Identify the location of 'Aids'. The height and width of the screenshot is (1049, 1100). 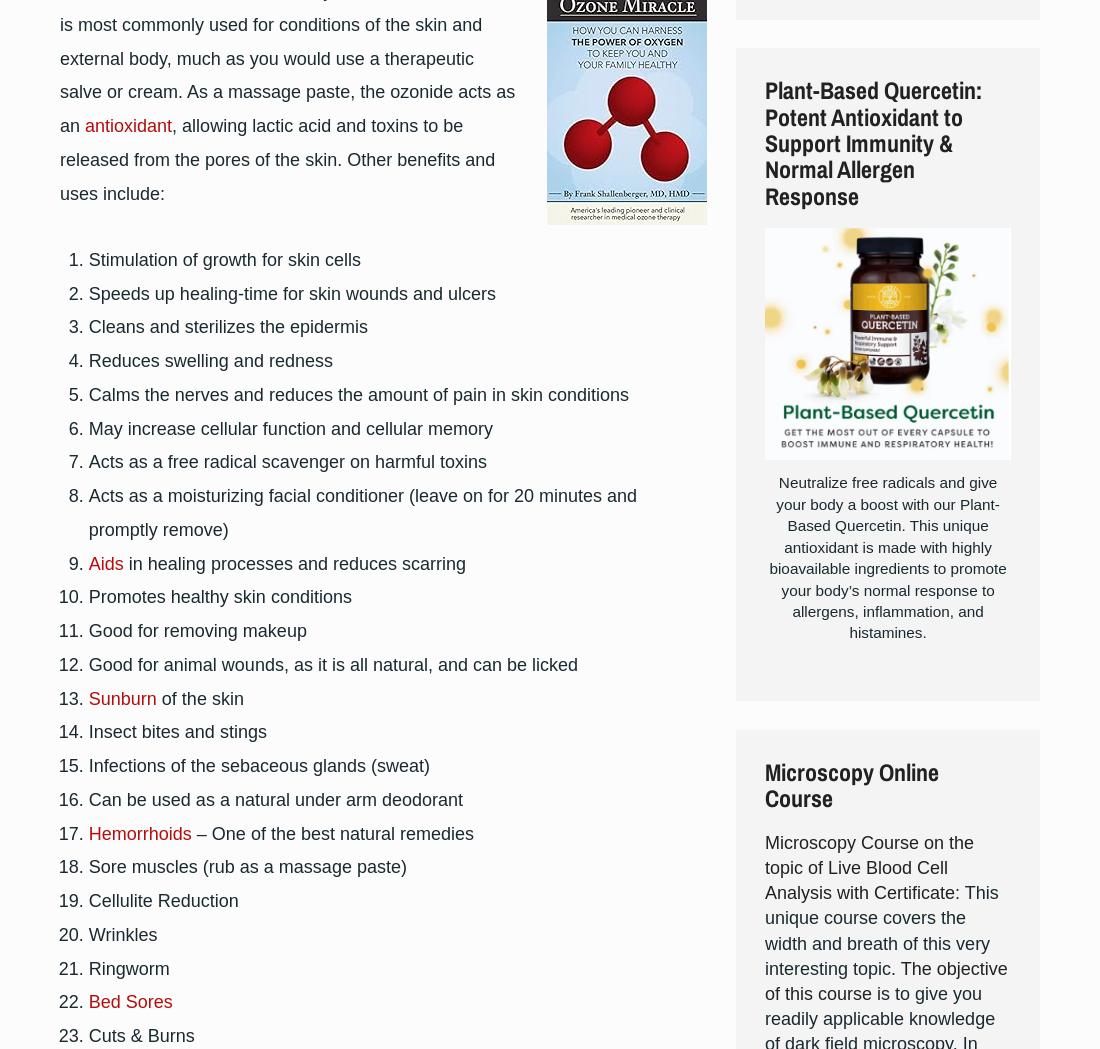
(105, 562).